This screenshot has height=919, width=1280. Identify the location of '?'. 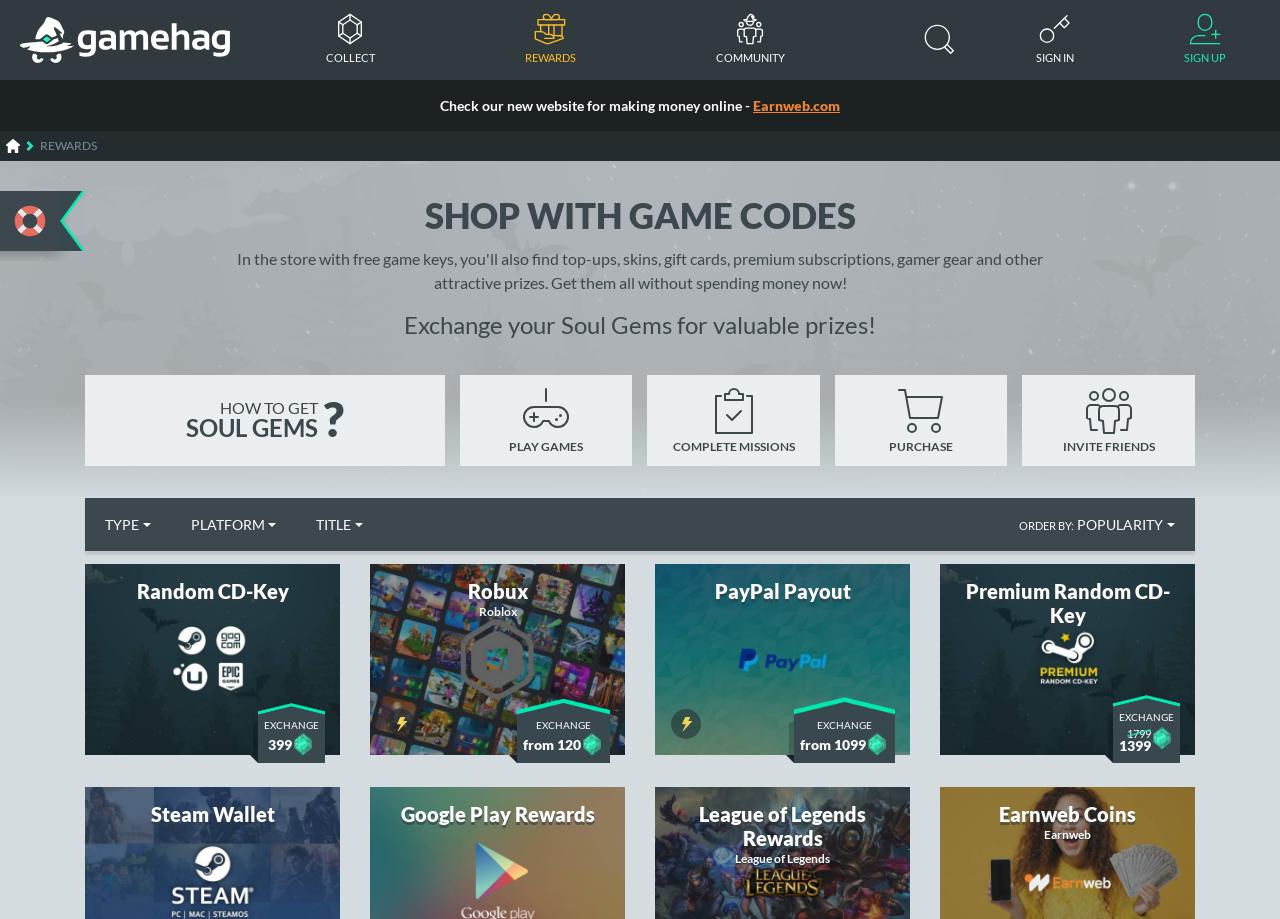
(332, 418).